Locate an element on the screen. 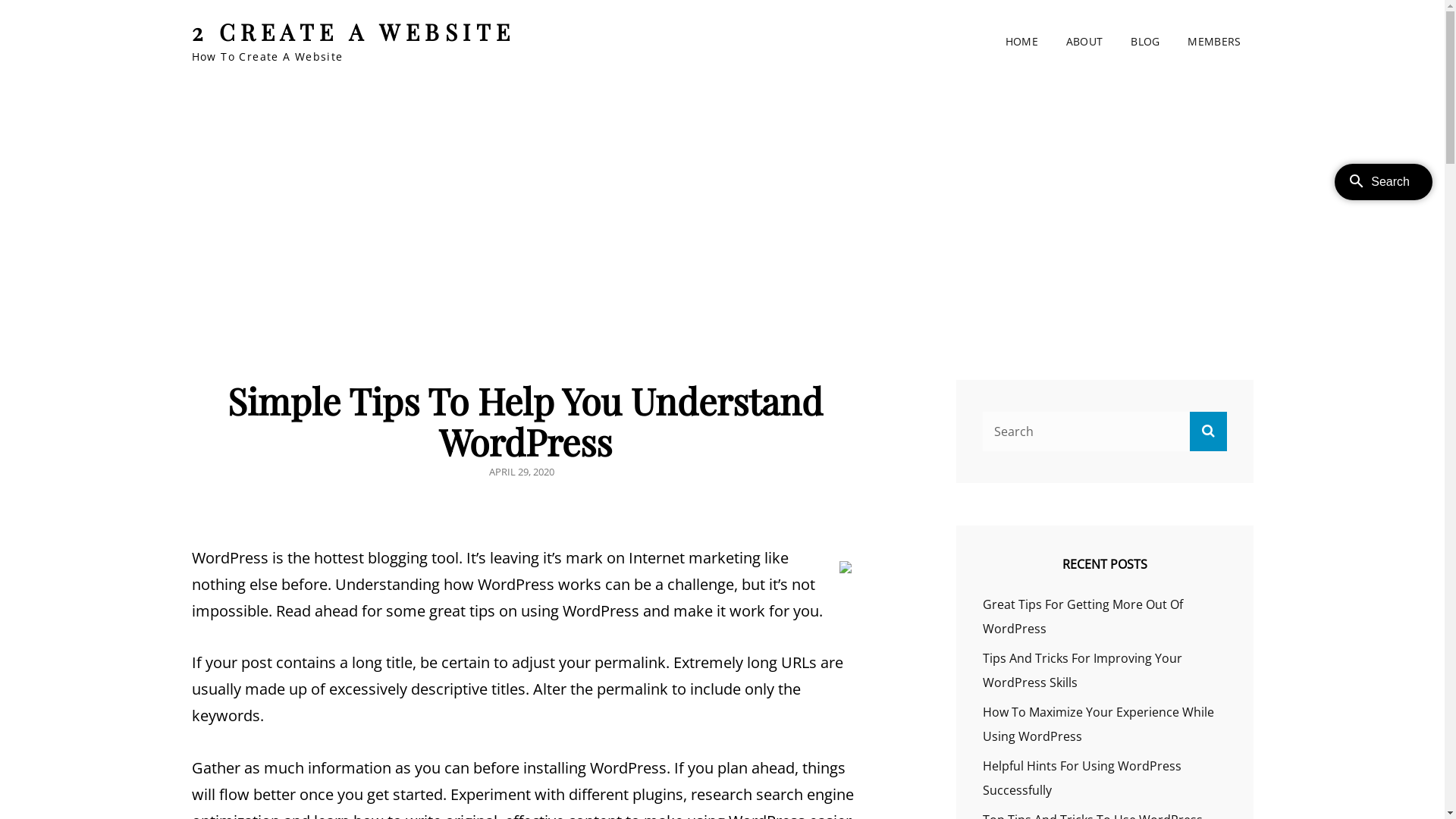 This screenshot has height=819, width=1456. 'APRIL 29, 2020' is located at coordinates (520, 470).